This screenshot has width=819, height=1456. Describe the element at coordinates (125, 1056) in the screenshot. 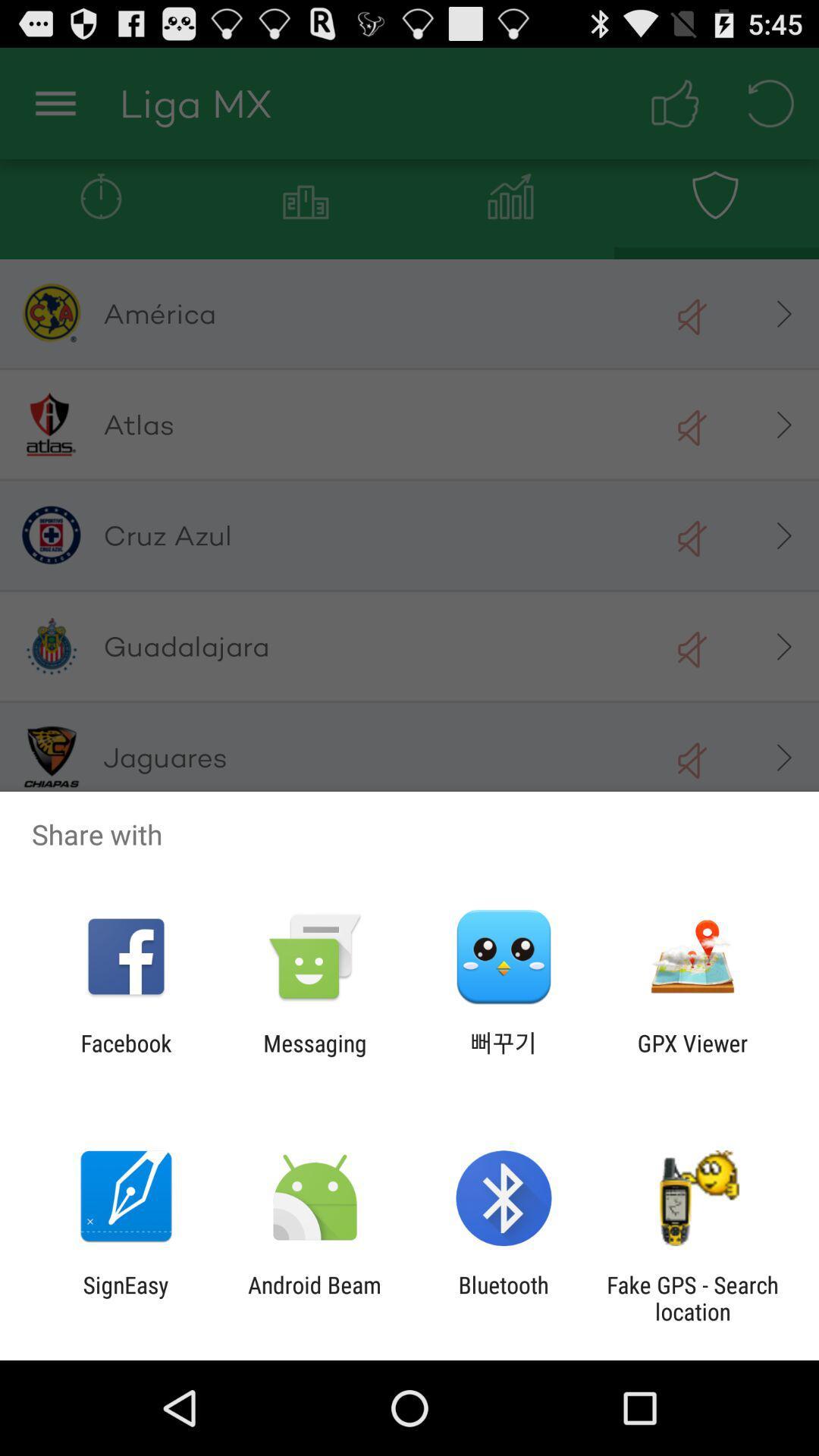

I see `app next to the messaging app` at that location.